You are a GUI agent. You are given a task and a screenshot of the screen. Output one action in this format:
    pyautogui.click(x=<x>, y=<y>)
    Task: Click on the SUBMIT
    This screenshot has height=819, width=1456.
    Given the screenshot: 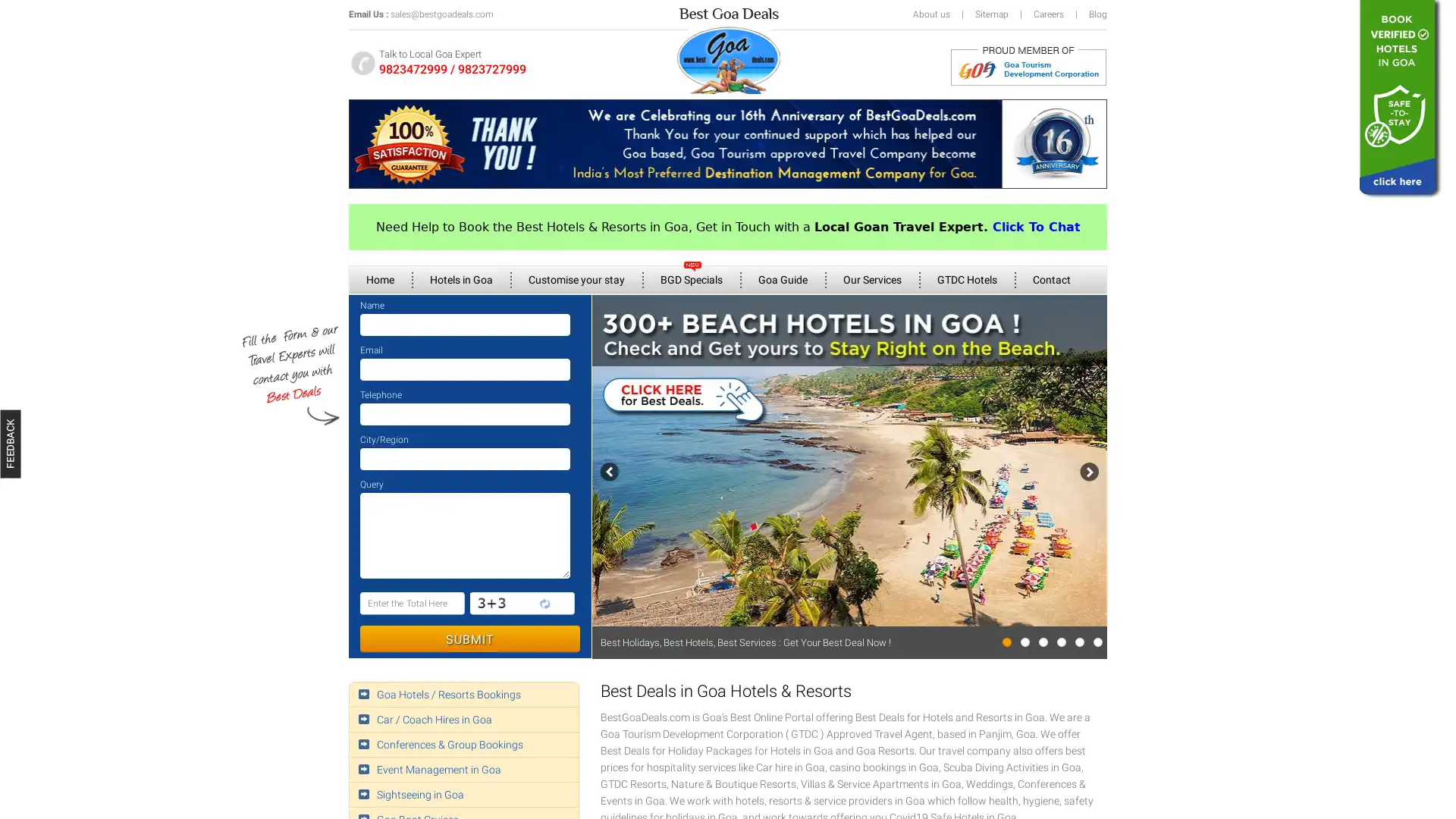 What is the action you would take?
    pyautogui.click(x=469, y=639)
    